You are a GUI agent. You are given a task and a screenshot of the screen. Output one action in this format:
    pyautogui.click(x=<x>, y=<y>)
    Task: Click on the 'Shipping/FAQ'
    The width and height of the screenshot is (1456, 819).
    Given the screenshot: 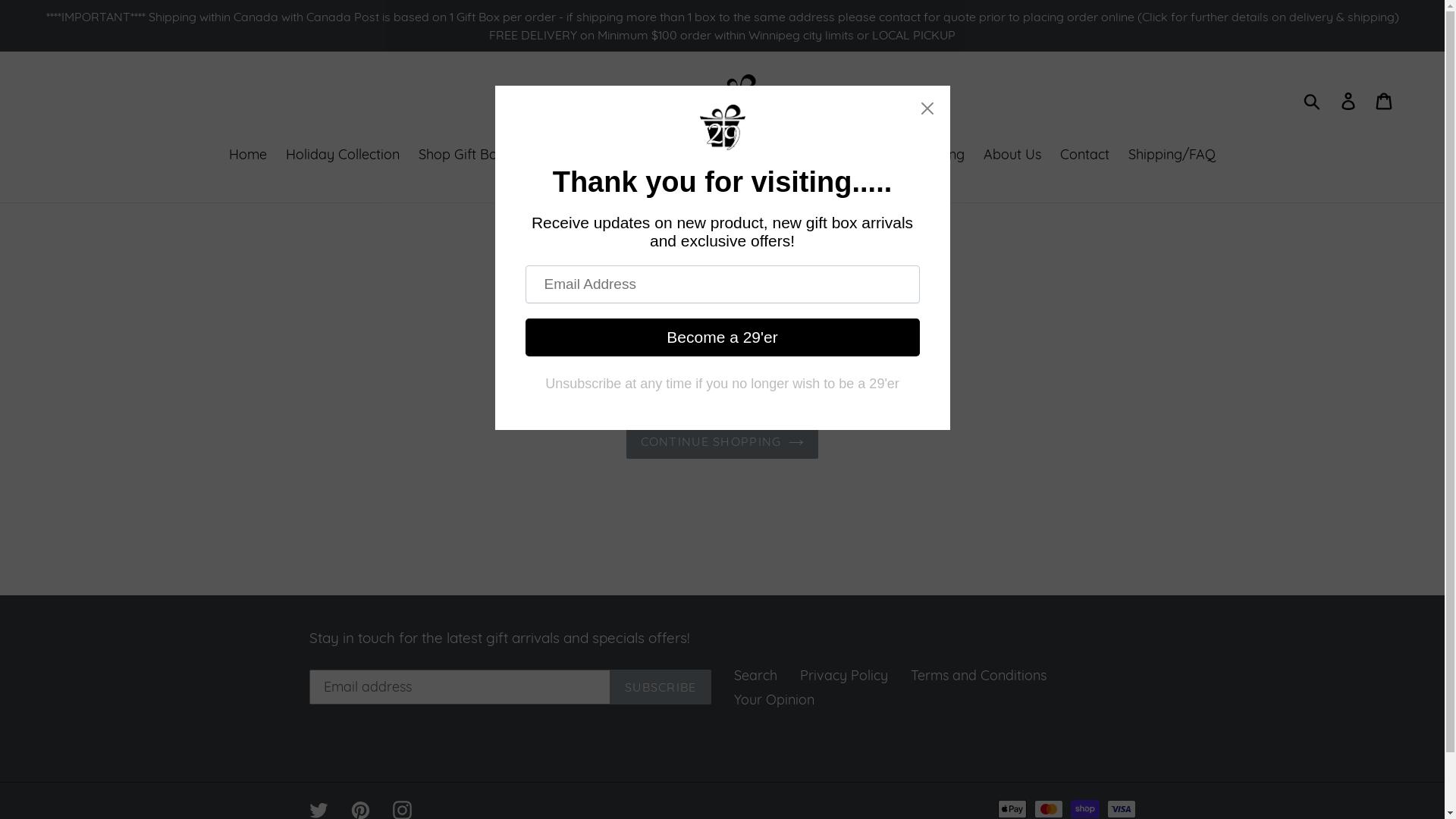 What is the action you would take?
    pyautogui.click(x=1171, y=155)
    